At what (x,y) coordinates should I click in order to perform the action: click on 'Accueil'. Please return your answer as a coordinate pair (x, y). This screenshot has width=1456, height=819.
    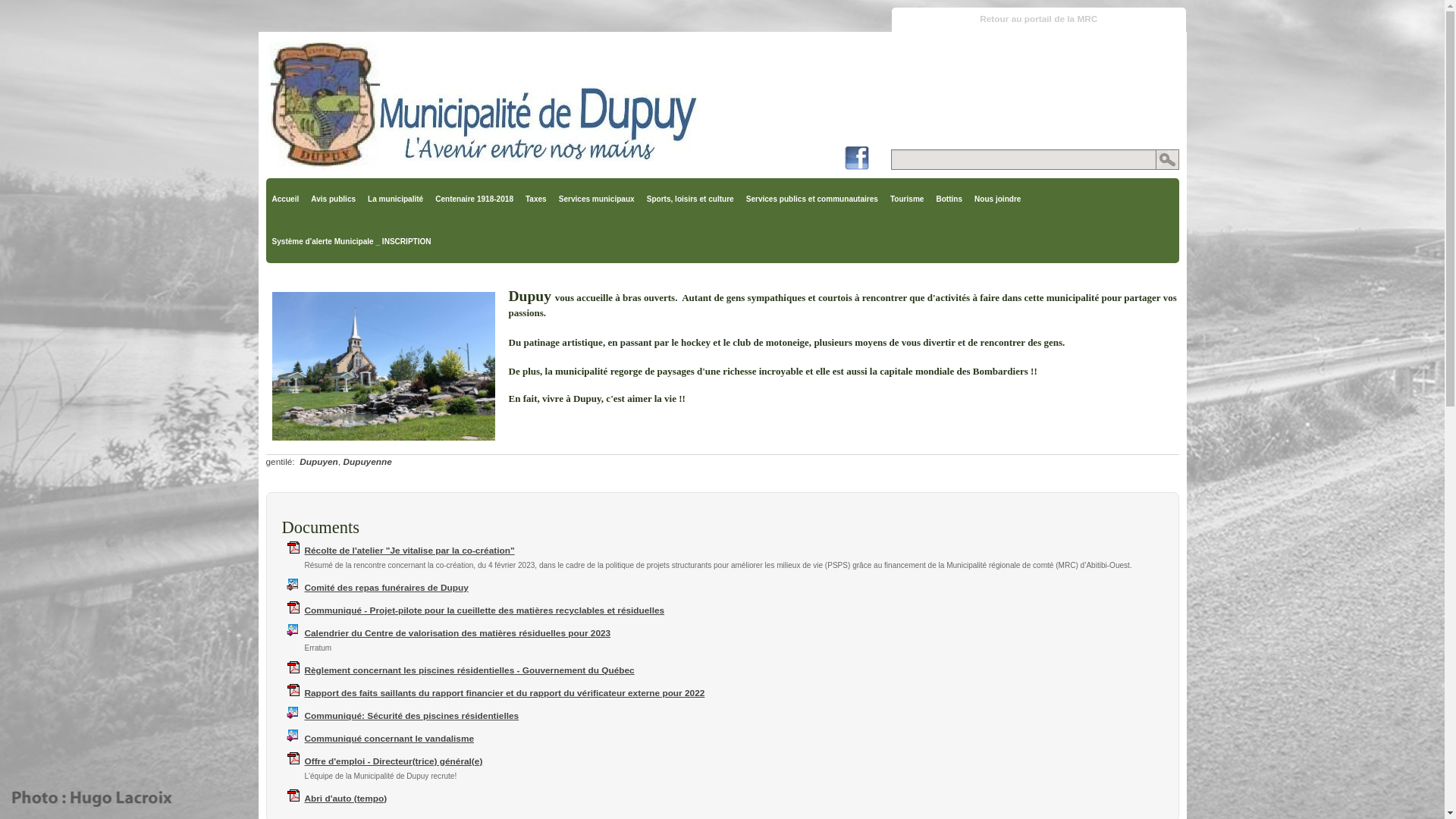
    Looking at the image, I should click on (284, 198).